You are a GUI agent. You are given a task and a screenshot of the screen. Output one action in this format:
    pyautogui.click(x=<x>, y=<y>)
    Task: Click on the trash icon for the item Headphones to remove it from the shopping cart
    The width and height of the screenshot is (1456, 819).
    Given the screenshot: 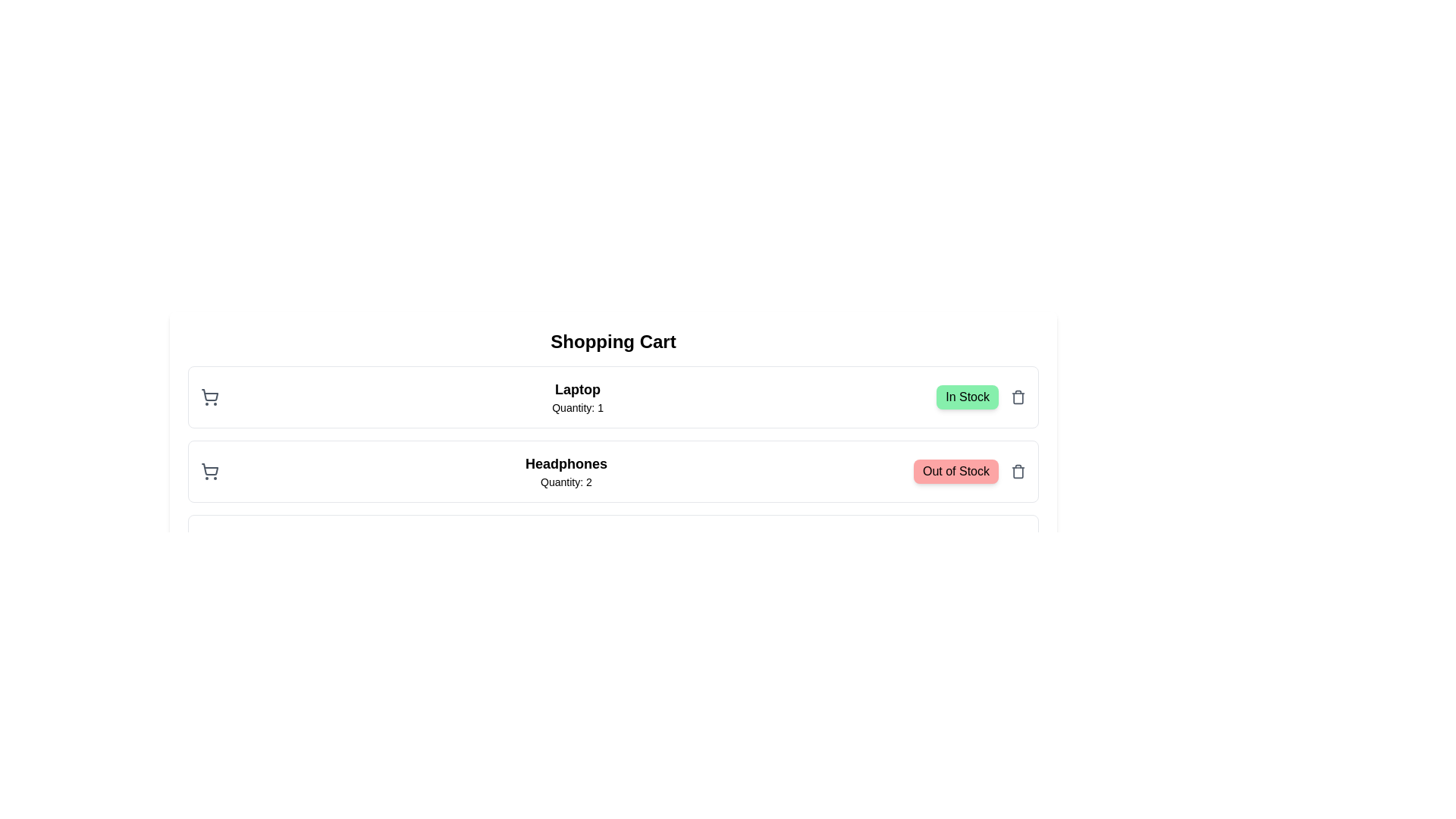 What is the action you would take?
    pyautogui.click(x=1018, y=470)
    